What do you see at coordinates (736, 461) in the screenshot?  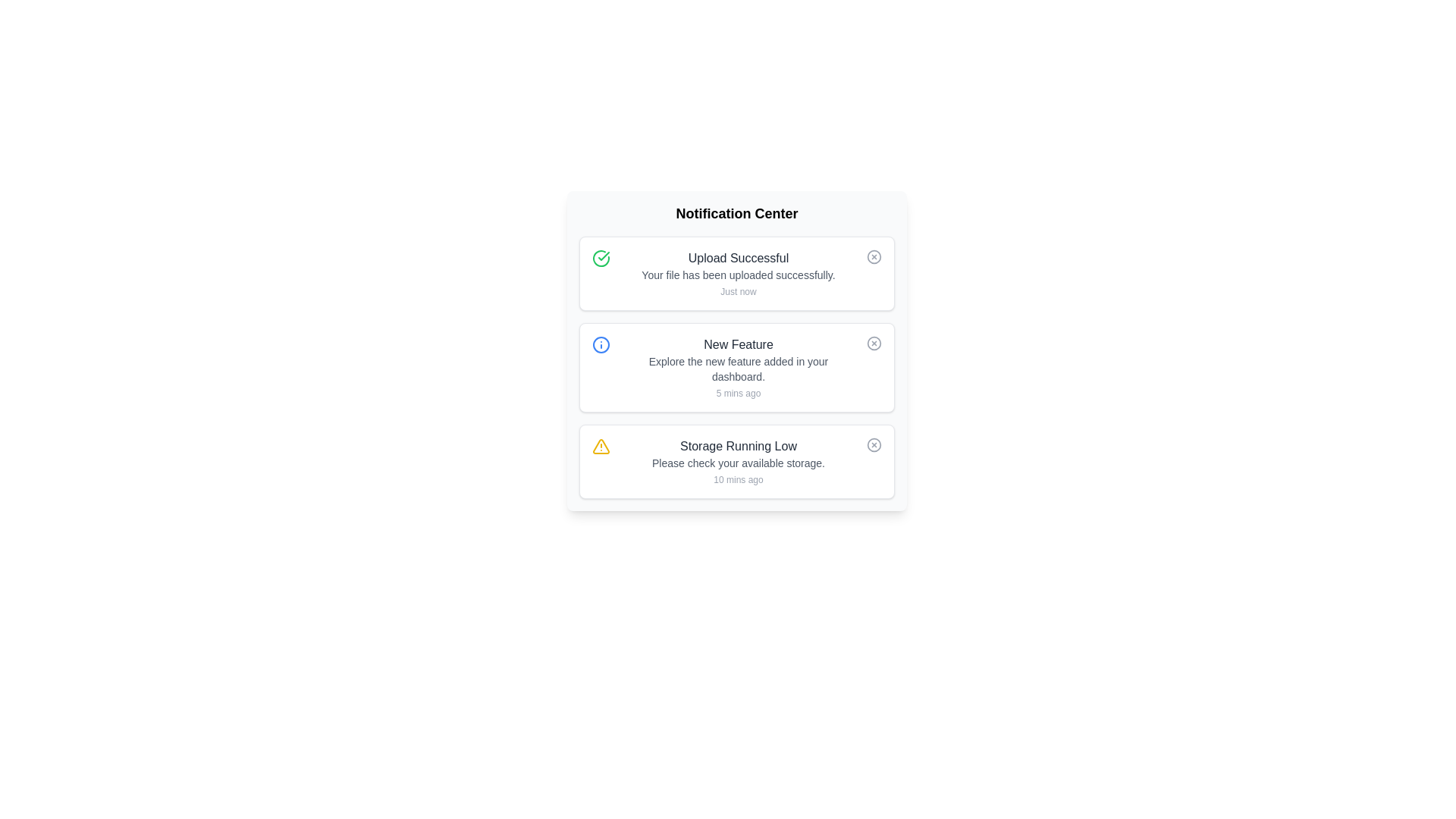 I see `details of the Notification card that alerts the user about low storage availability, which is the third notification in the Notification Center` at bounding box center [736, 461].